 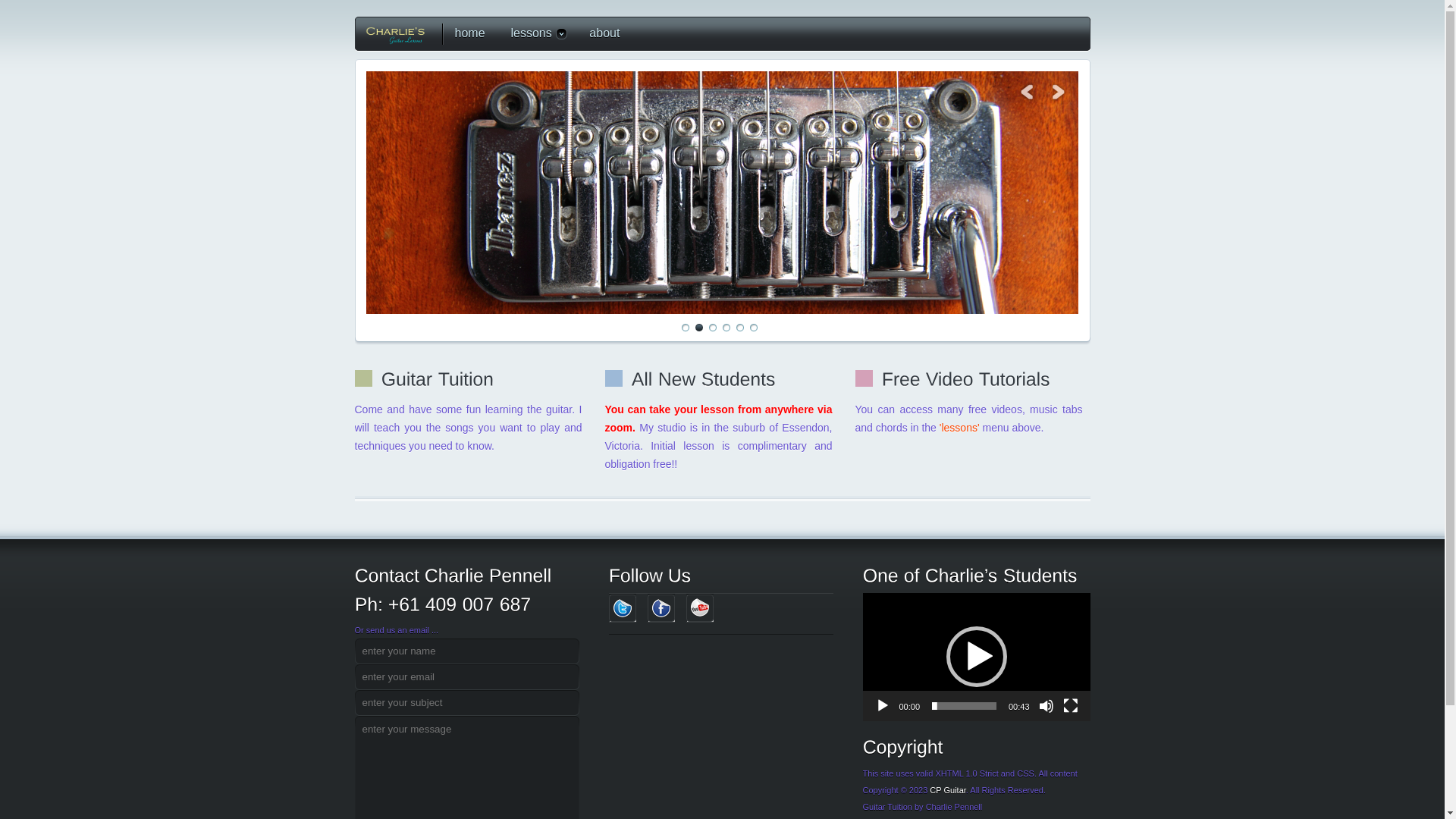 I want to click on '4', so click(x=720, y=327).